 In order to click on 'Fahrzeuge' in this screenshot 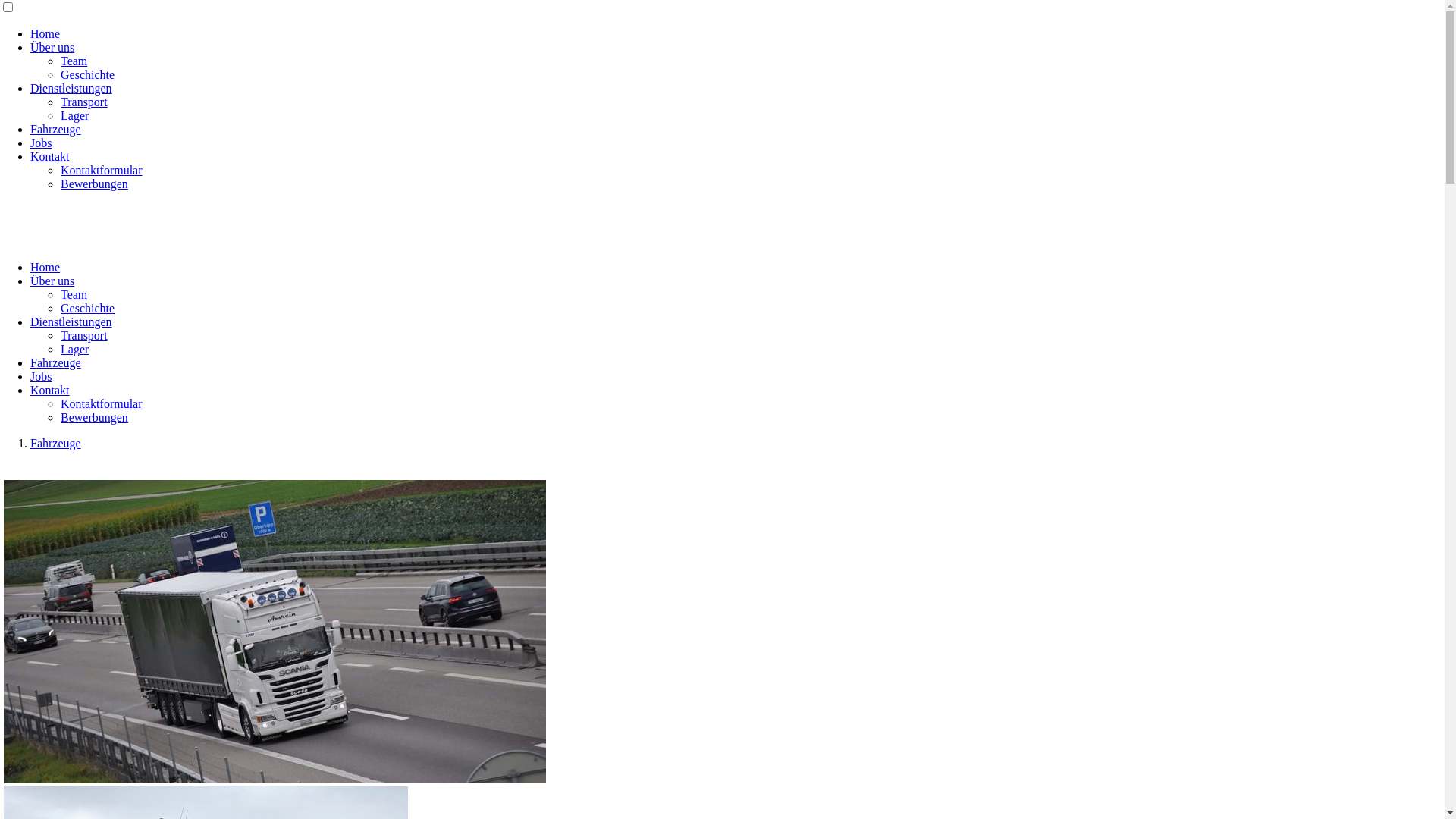, I will do `click(55, 128)`.